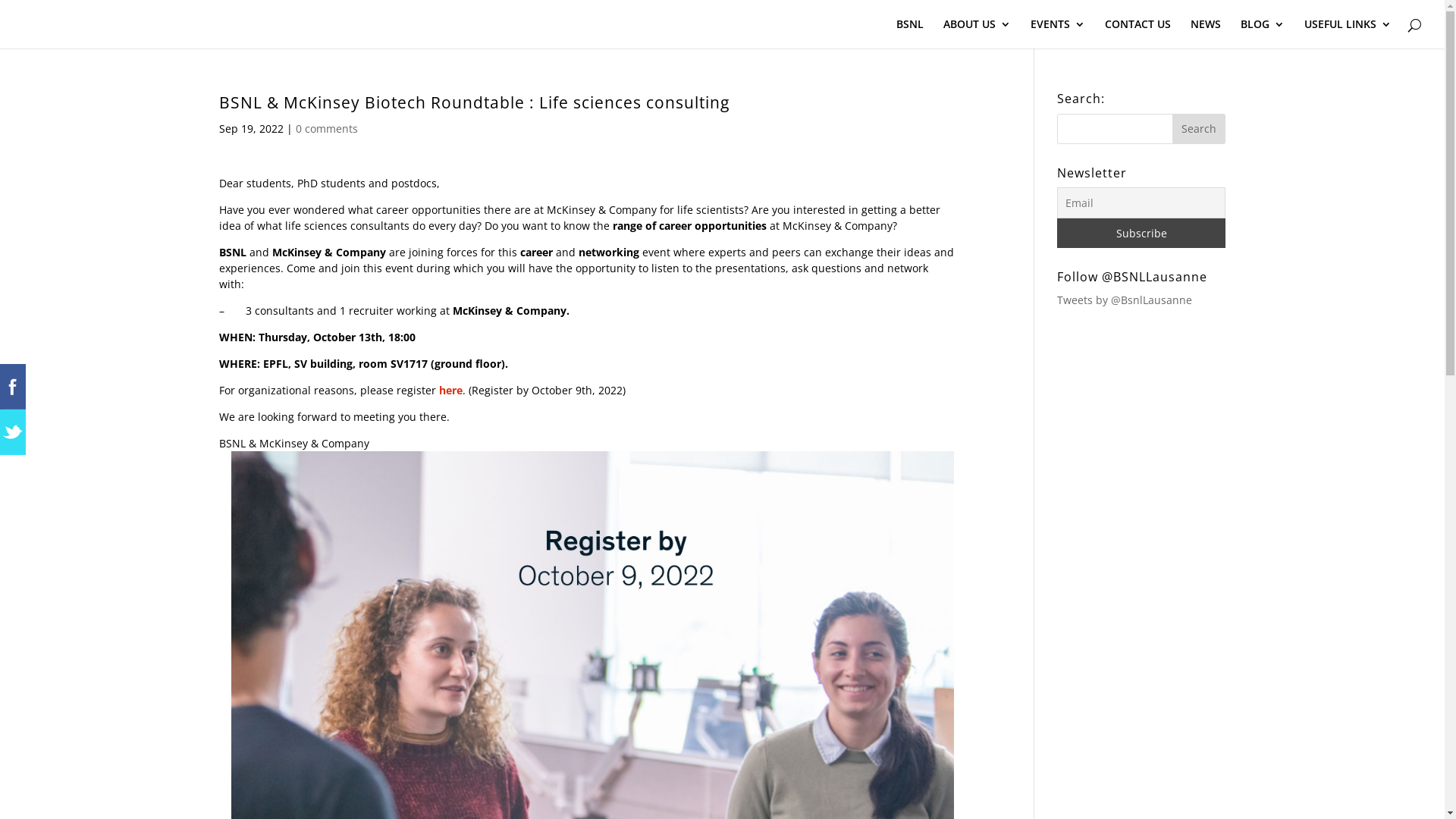 The width and height of the screenshot is (1456, 819). Describe the element at coordinates (1348, 33) in the screenshot. I see `'USEFUL LINKS'` at that location.